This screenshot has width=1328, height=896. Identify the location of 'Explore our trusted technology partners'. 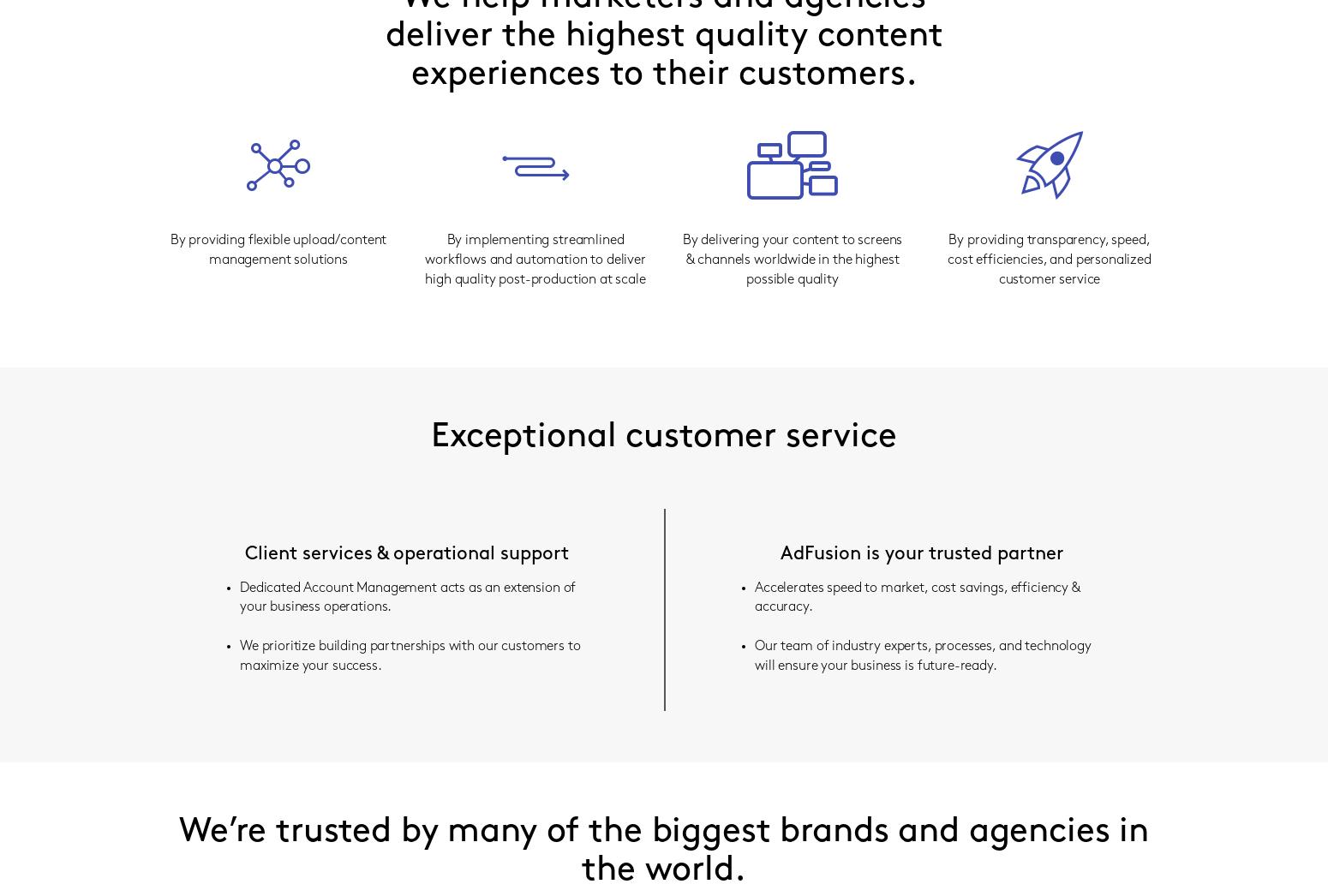
(764, 158).